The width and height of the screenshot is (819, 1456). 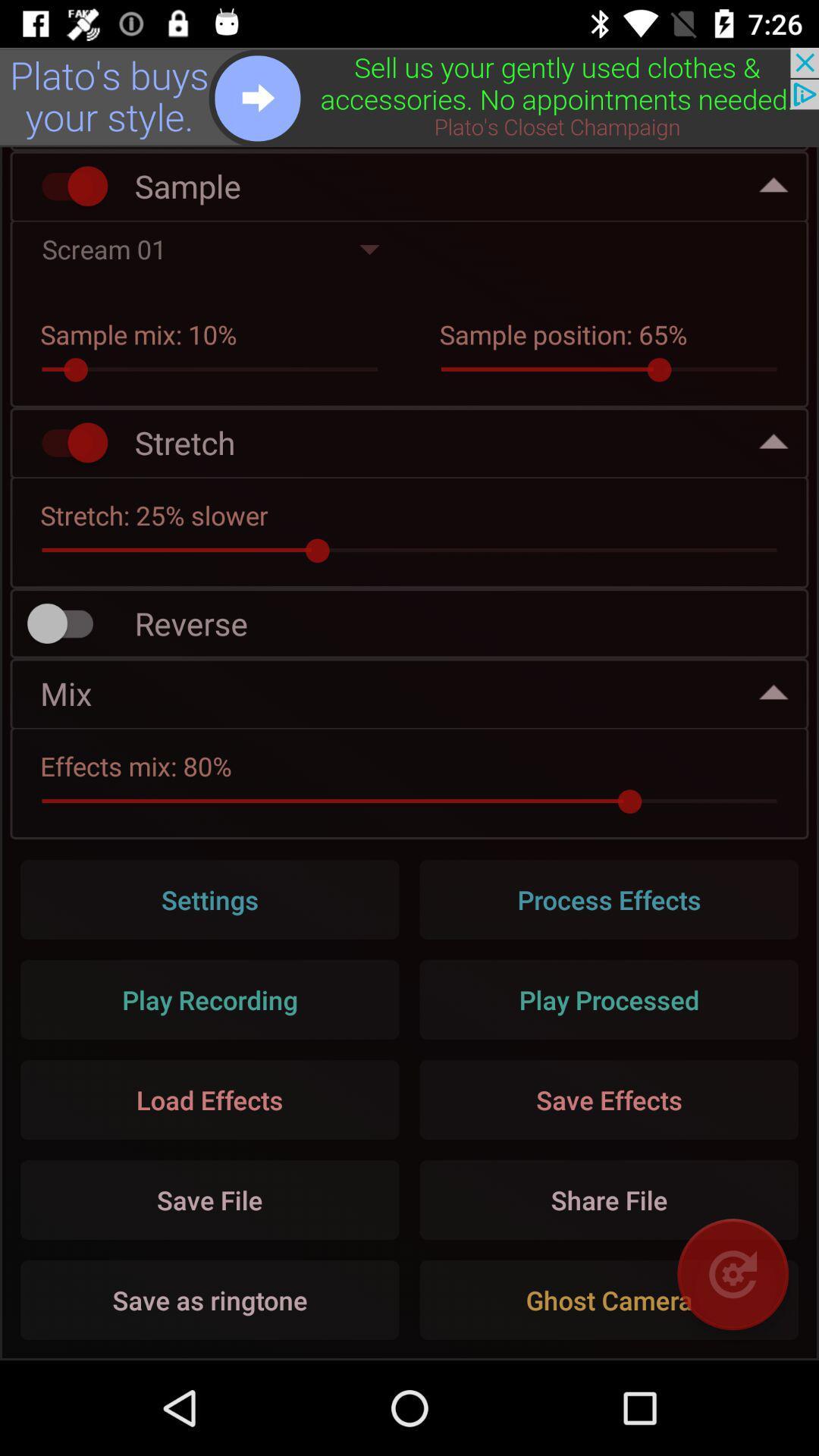 What do you see at coordinates (67, 441) in the screenshot?
I see `stretch option` at bounding box center [67, 441].